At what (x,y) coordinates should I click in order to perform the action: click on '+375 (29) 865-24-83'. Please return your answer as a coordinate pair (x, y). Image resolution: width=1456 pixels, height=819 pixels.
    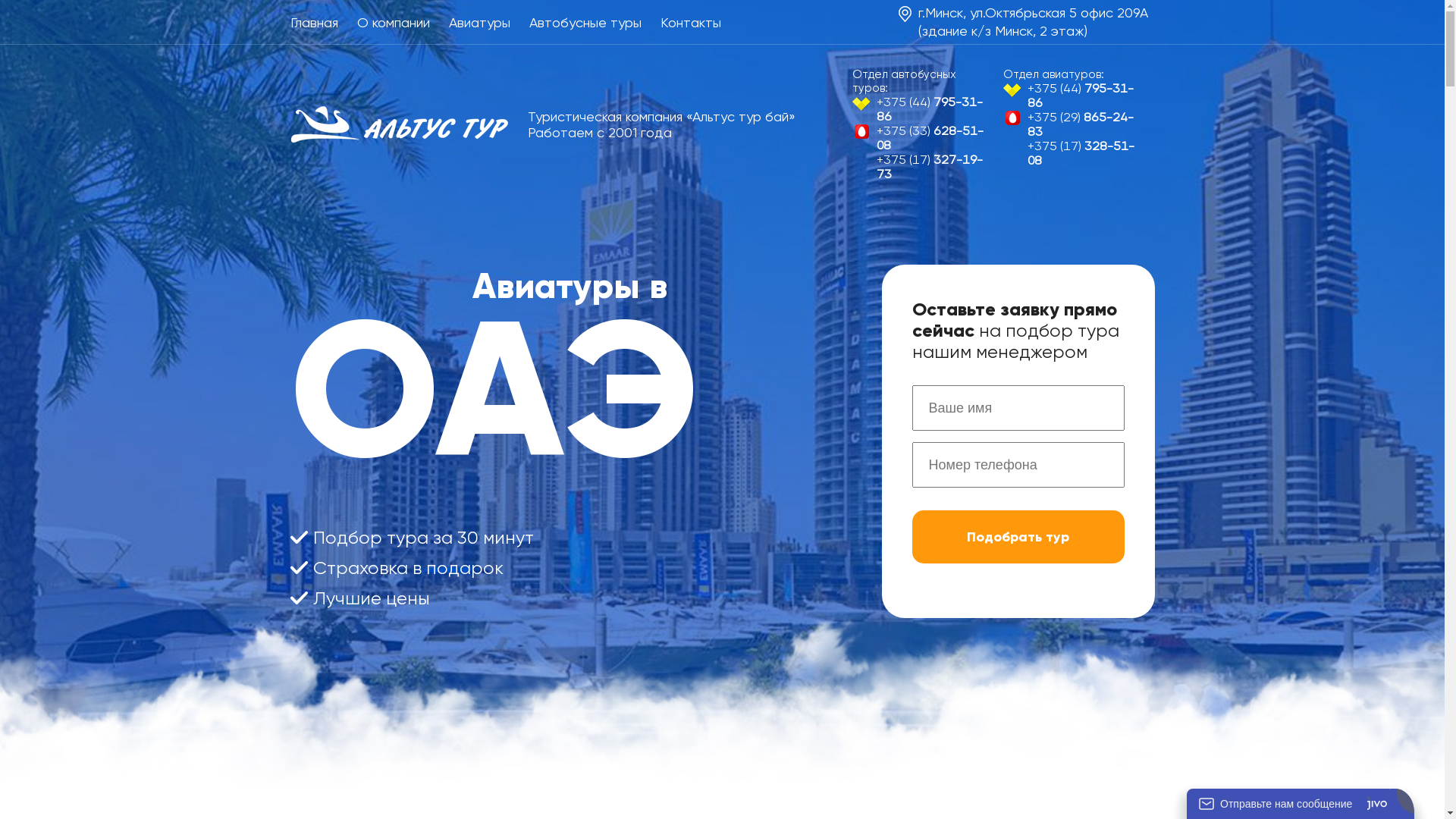
    Looking at the image, I should click on (1072, 124).